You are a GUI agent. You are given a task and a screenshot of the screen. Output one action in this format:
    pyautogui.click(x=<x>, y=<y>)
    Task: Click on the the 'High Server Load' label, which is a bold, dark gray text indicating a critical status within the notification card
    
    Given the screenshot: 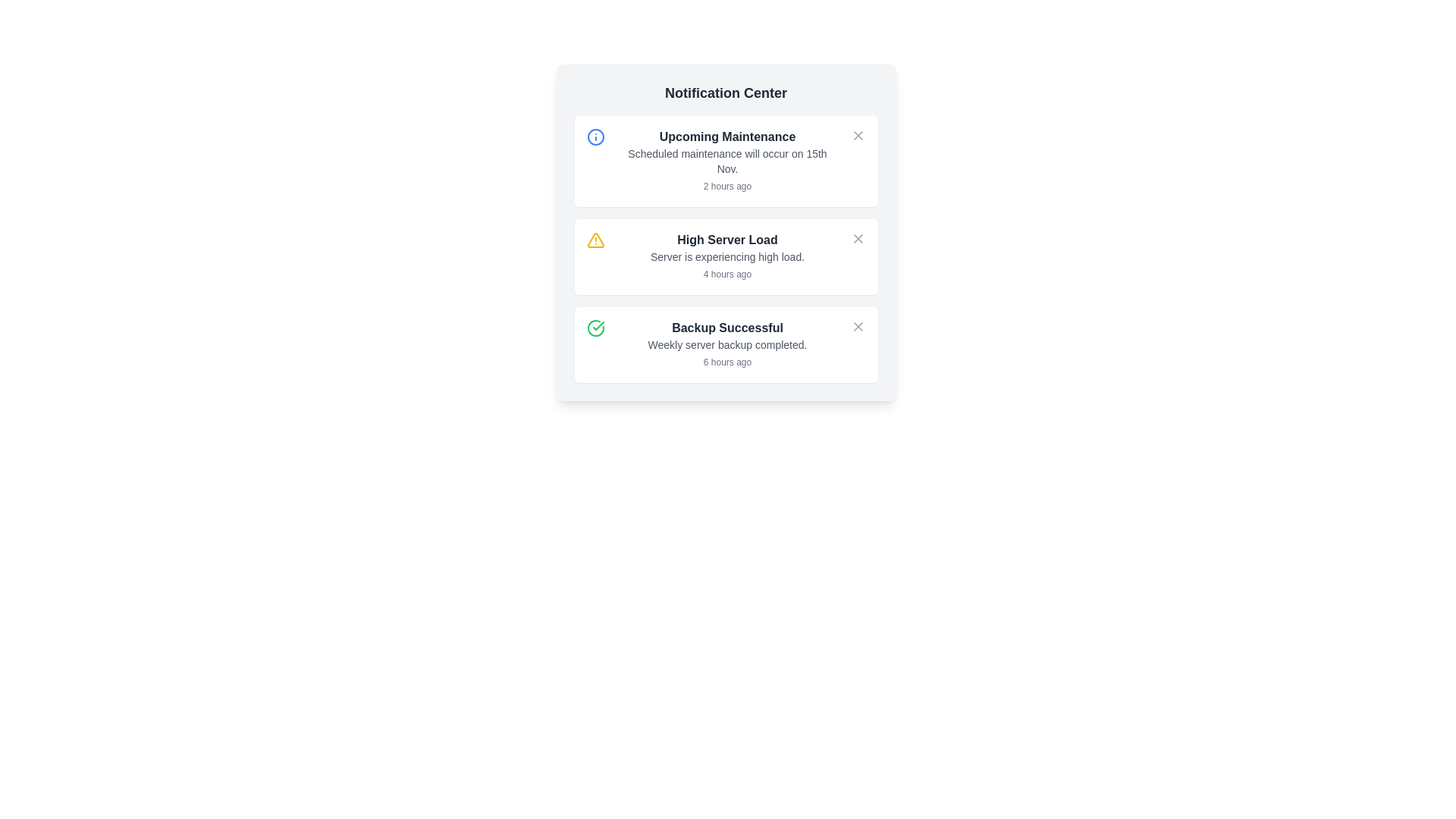 What is the action you would take?
    pyautogui.click(x=726, y=239)
    